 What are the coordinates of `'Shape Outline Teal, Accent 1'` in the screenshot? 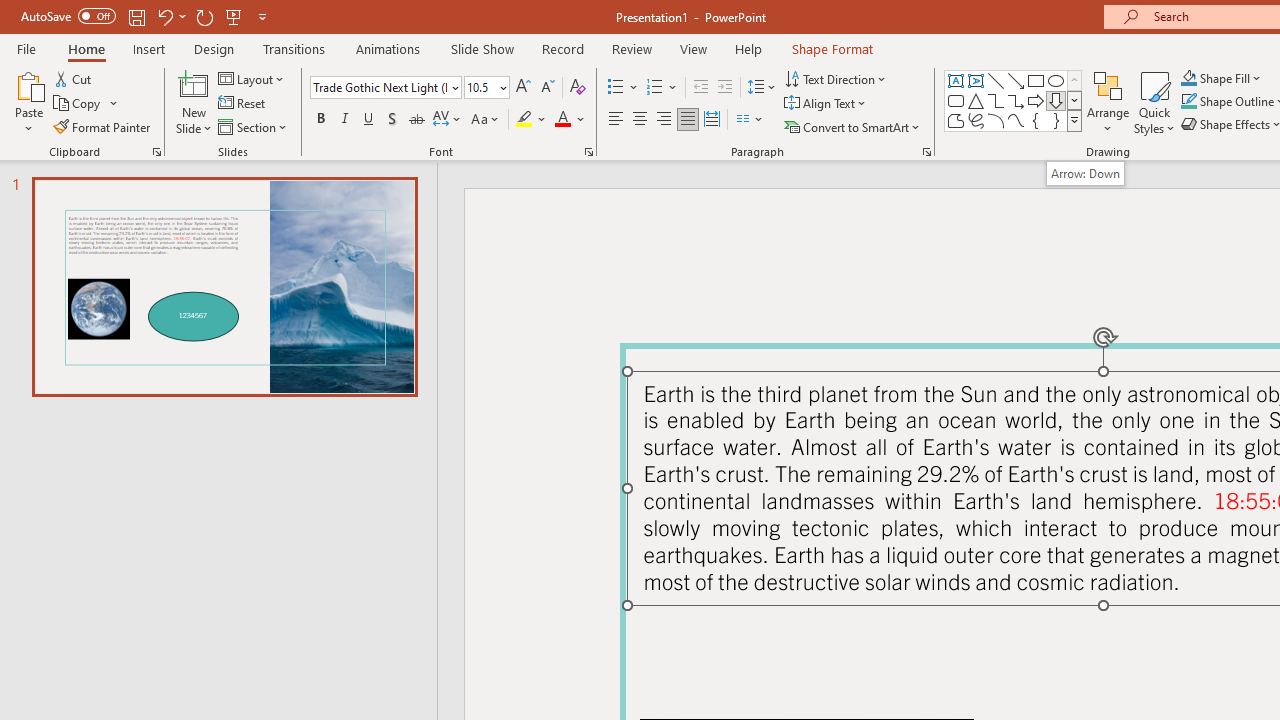 It's located at (1189, 101).